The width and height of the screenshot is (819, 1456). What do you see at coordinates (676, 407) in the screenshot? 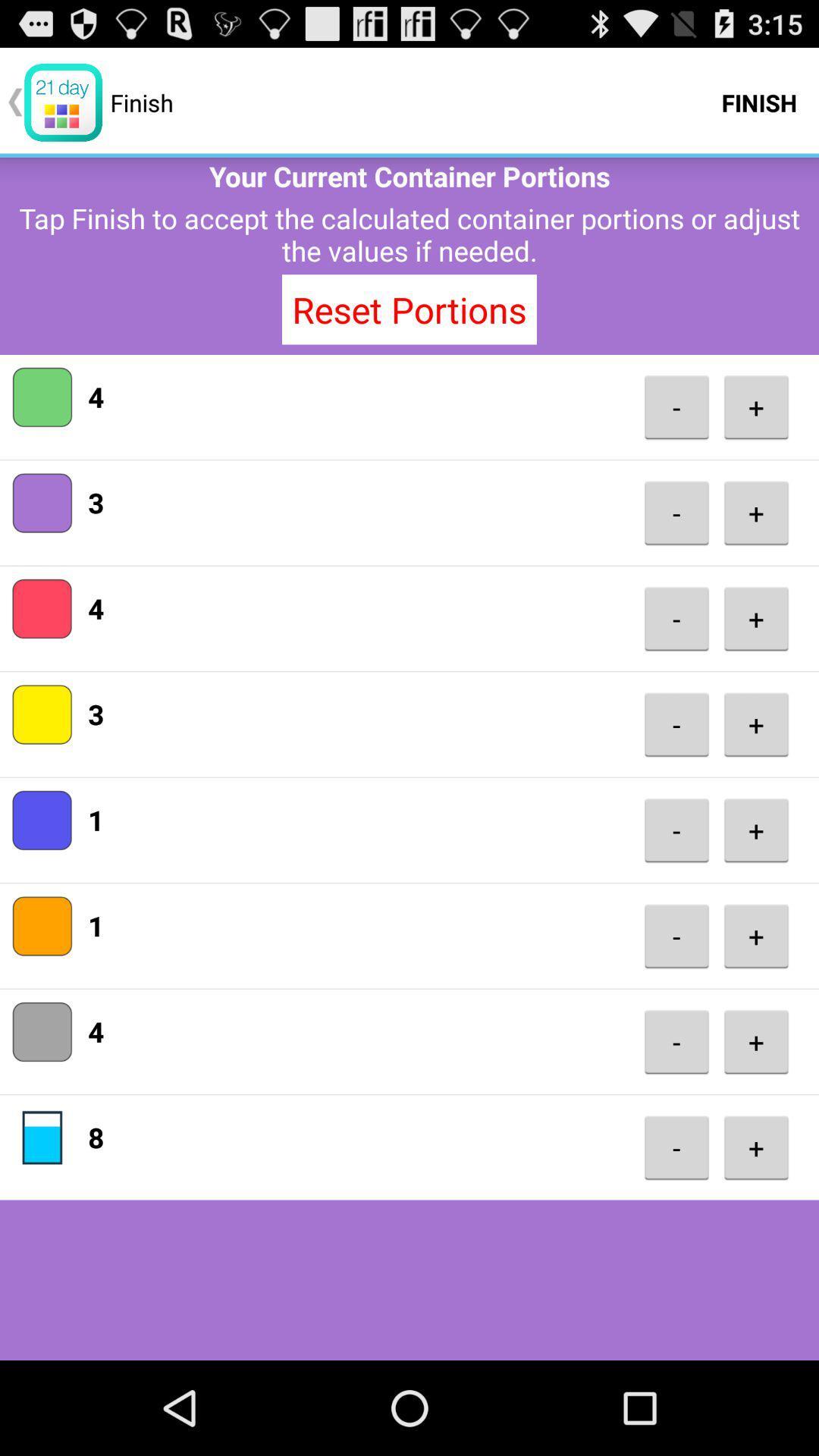
I see `icon next to the 4 icon` at bounding box center [676, 407].